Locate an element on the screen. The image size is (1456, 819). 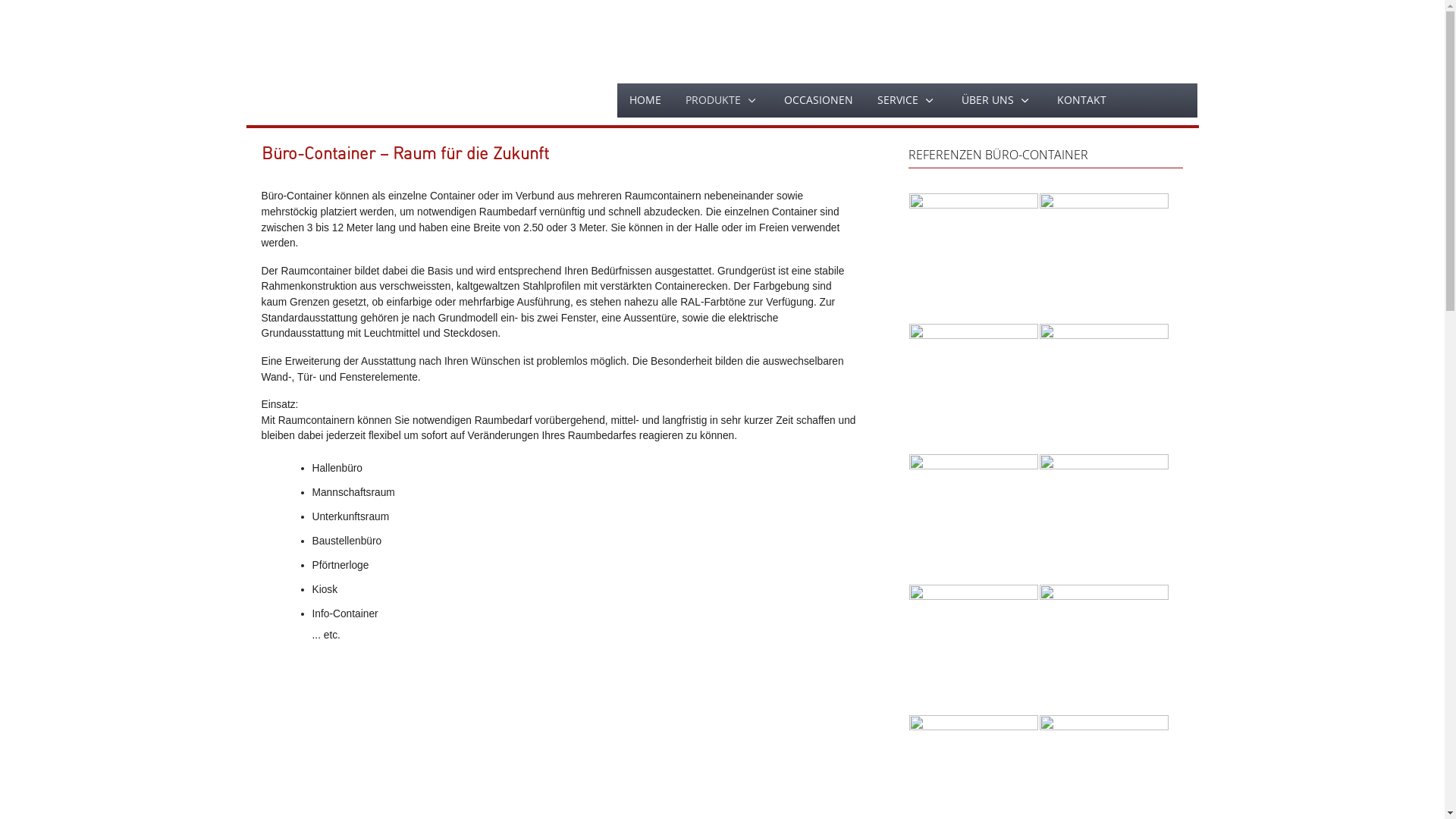
'KONTAKT' is located at coordinates (1081, 99).